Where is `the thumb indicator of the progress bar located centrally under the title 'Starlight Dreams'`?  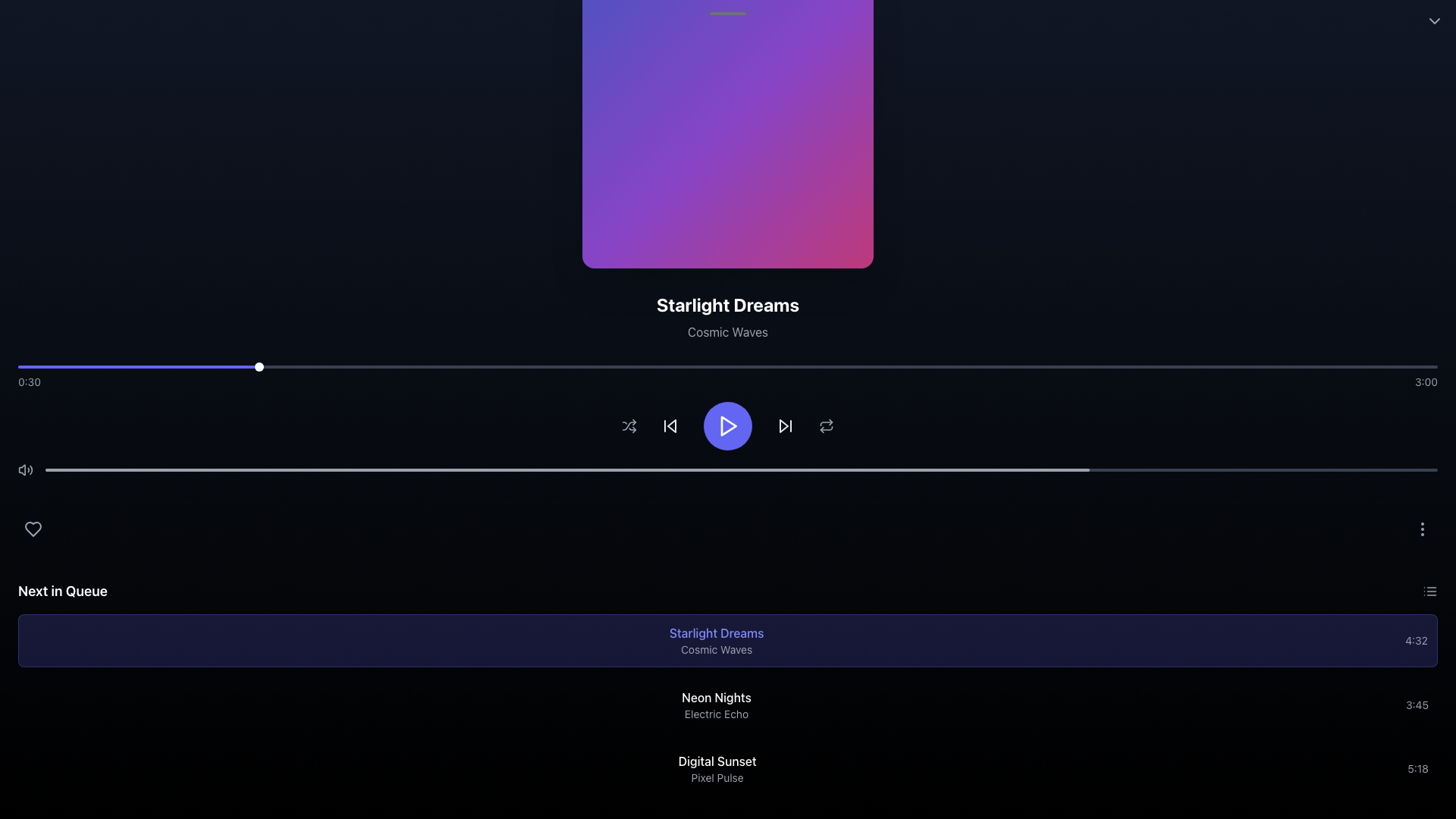
the thumb indicator of the progress bar located centrally under the title 'Starlight Dreams' is located at coordinates (728, 366).